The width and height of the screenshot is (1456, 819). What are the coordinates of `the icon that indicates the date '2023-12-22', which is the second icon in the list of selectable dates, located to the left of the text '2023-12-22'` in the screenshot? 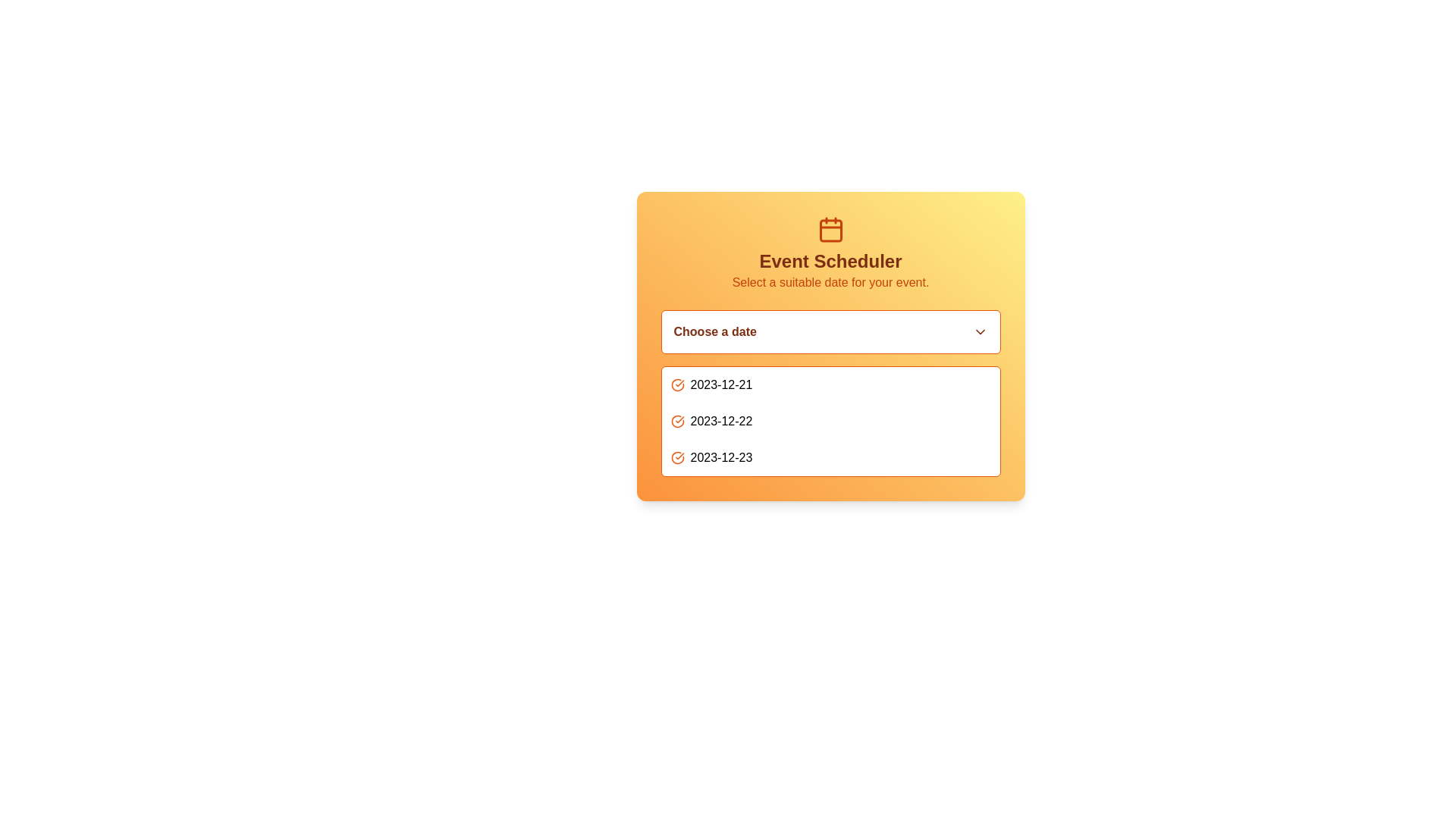 It's located at (676, 421).